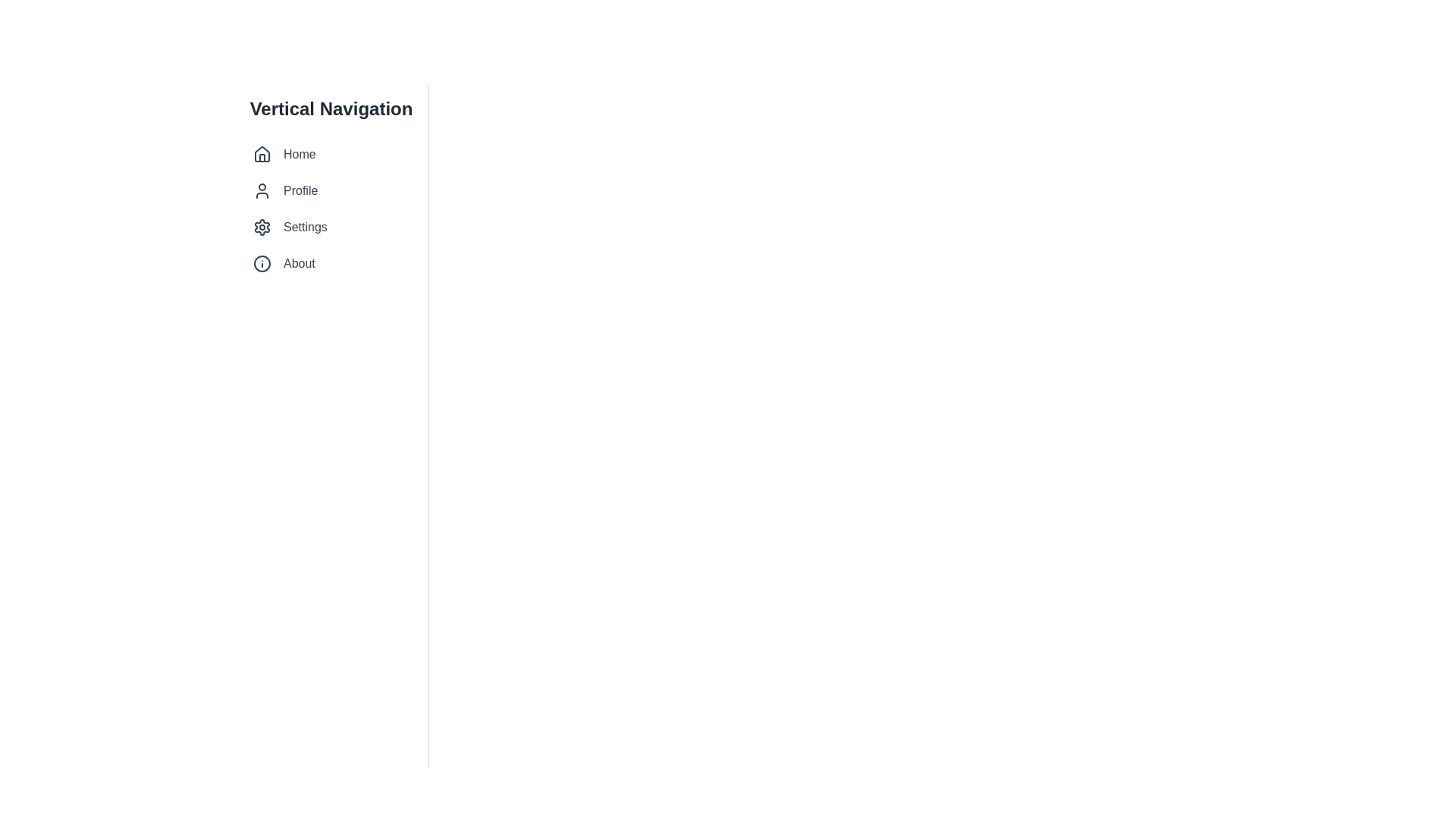  What do you see at coordinates (262, 227) in the screenshot?
I see `the settings icon located in the vertical navigation menu, which is situated directly to the left of the word 'Settings'` at bounding box center [262, 227].